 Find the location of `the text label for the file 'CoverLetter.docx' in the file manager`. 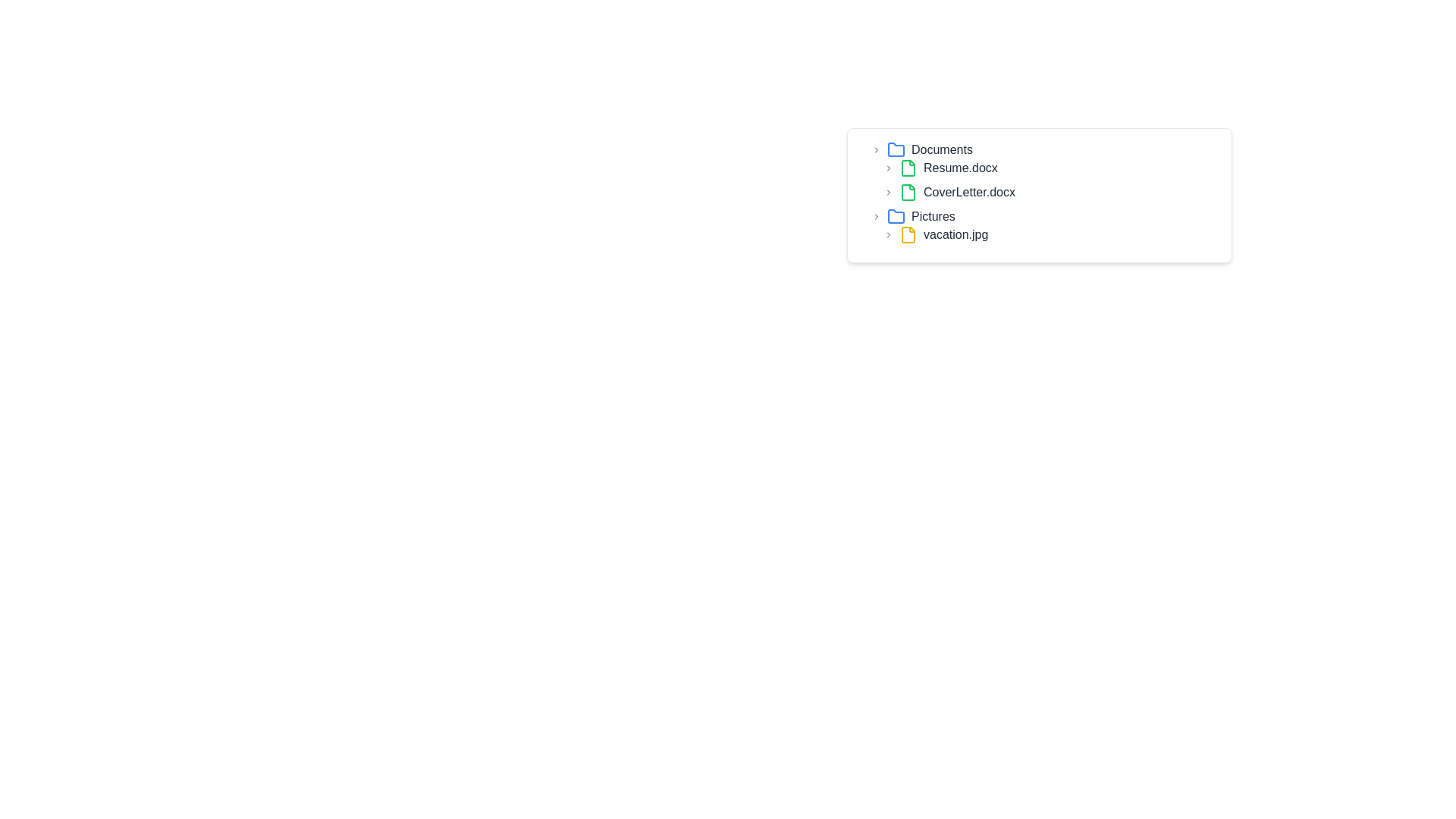

the text label for the file 'CoverLetter.docx' in the file manager is located at coordinates (968, 192).